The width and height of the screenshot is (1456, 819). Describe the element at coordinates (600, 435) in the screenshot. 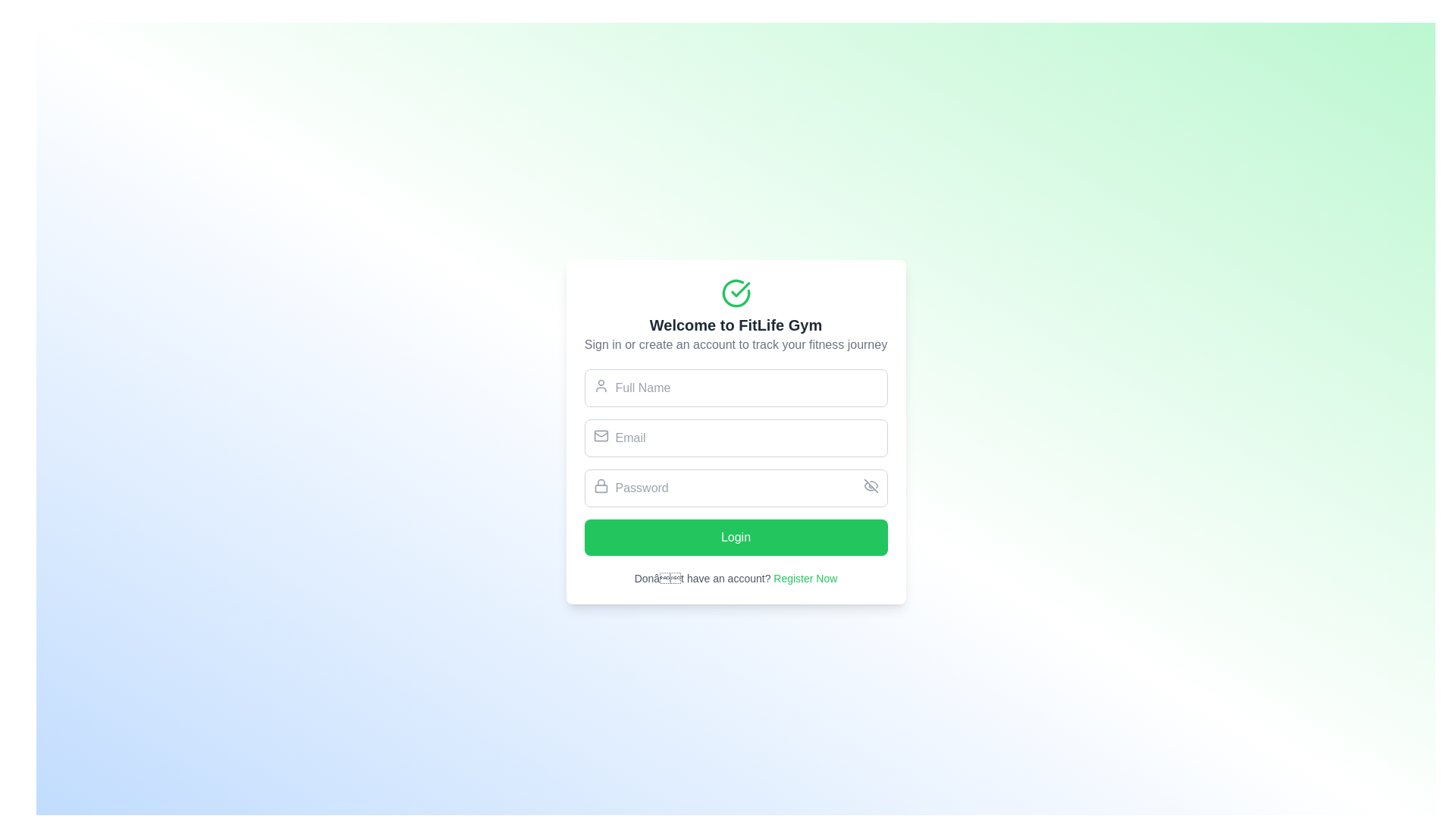

I see `the email input icon located on the left side of the 'Email' input field, which signifies the purpose of entering an email address` at that location.